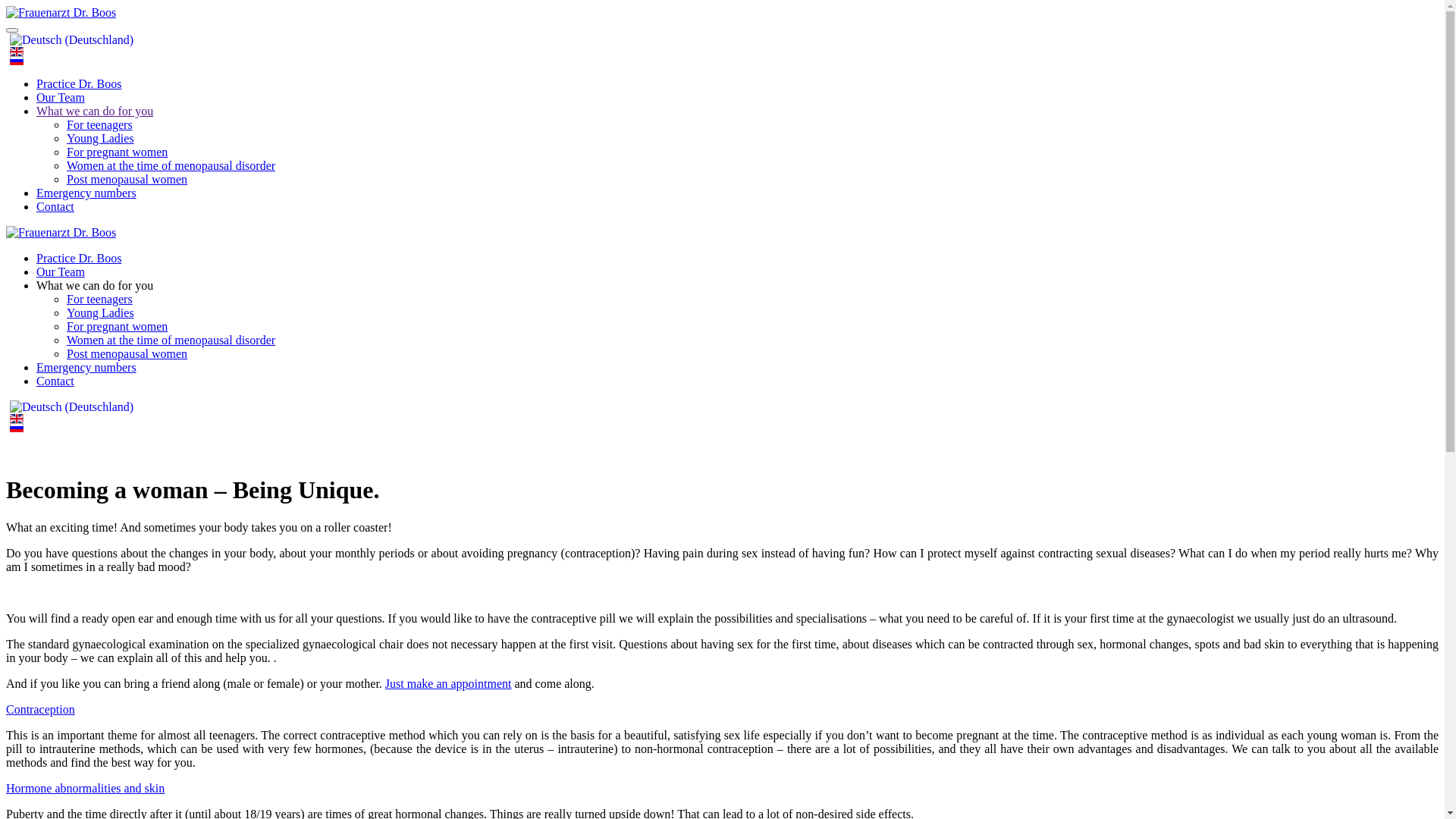 Image resolution: width=1456 pixels, height=819 pixels. I want to click on 'Our Team', so click(36, 271).